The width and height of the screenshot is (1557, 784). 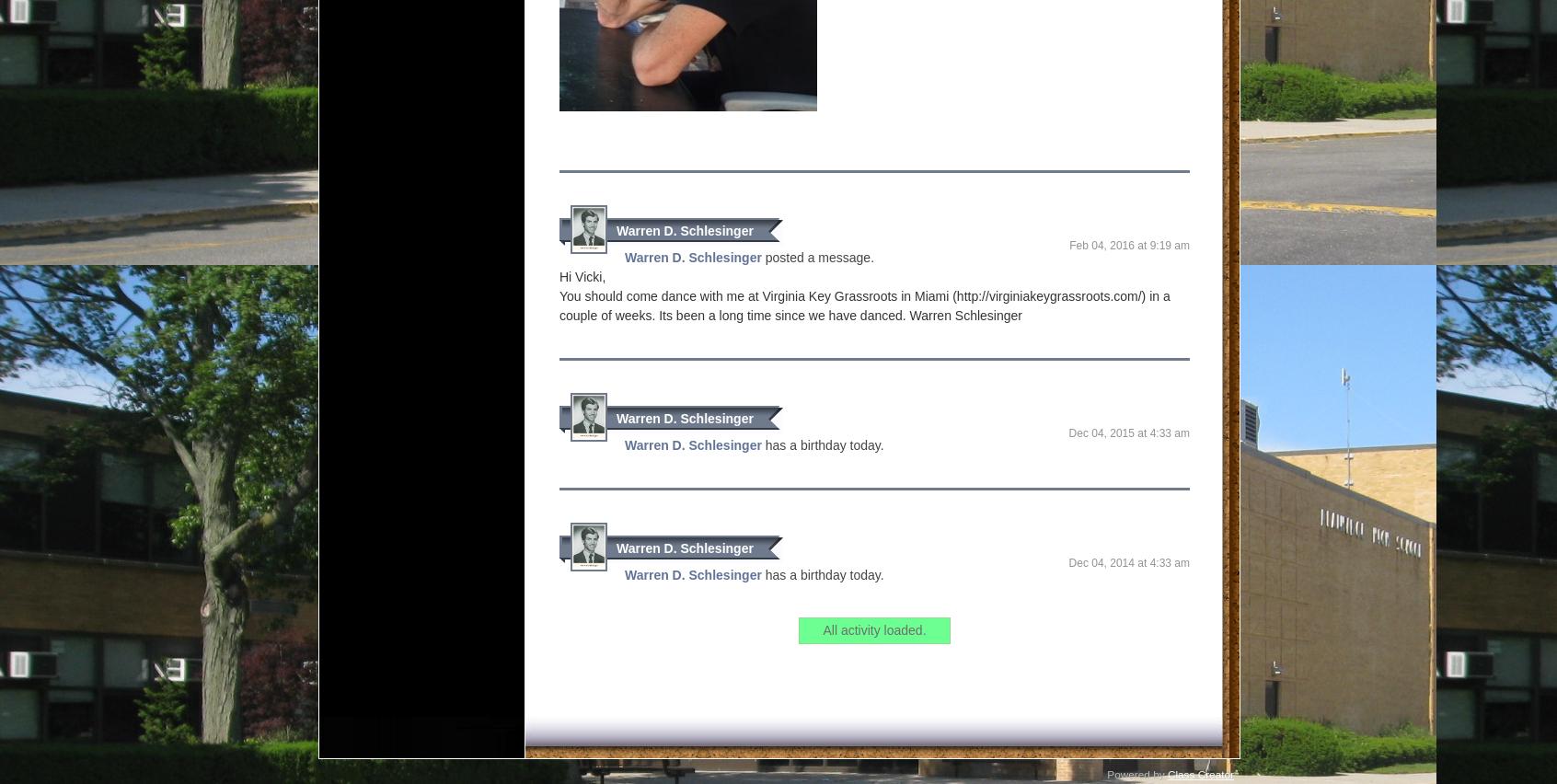 I want to click on 'posted a message.', so click(x=816, y=257).